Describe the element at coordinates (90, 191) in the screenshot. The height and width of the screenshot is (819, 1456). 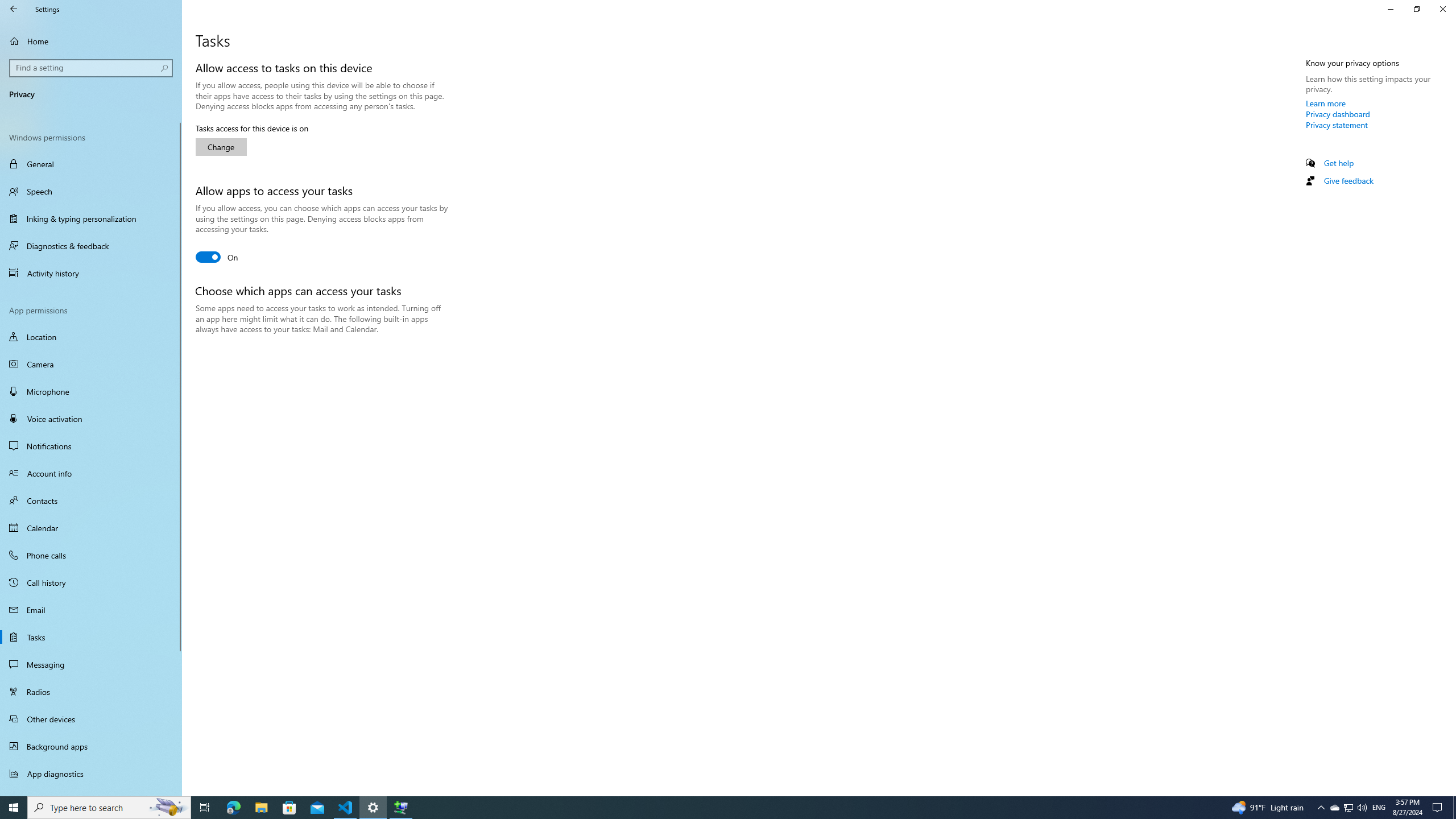
I see `'Speech'` at that location.